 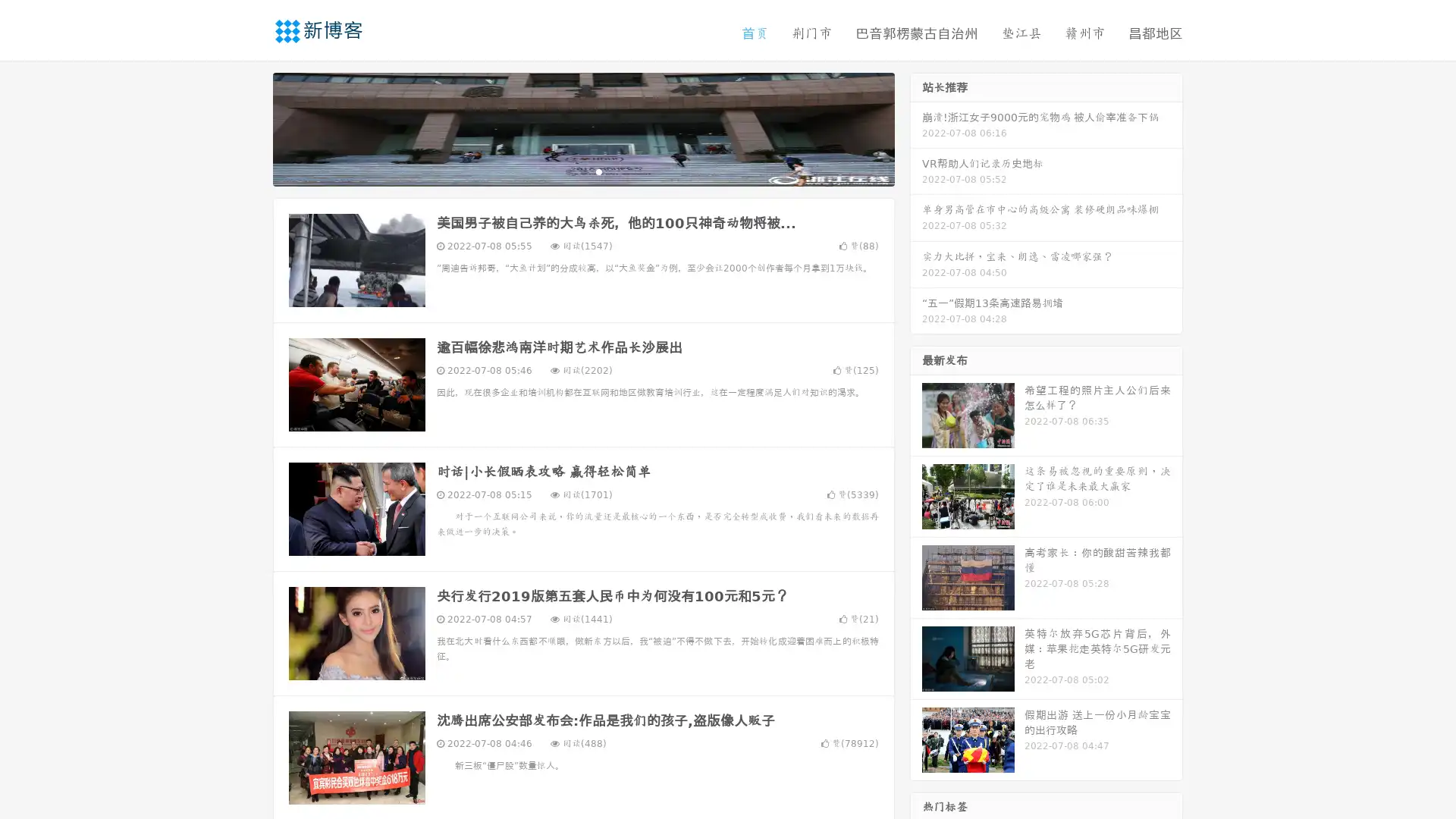 I want to click on Go to slide 2, so click(x=582, y=171).